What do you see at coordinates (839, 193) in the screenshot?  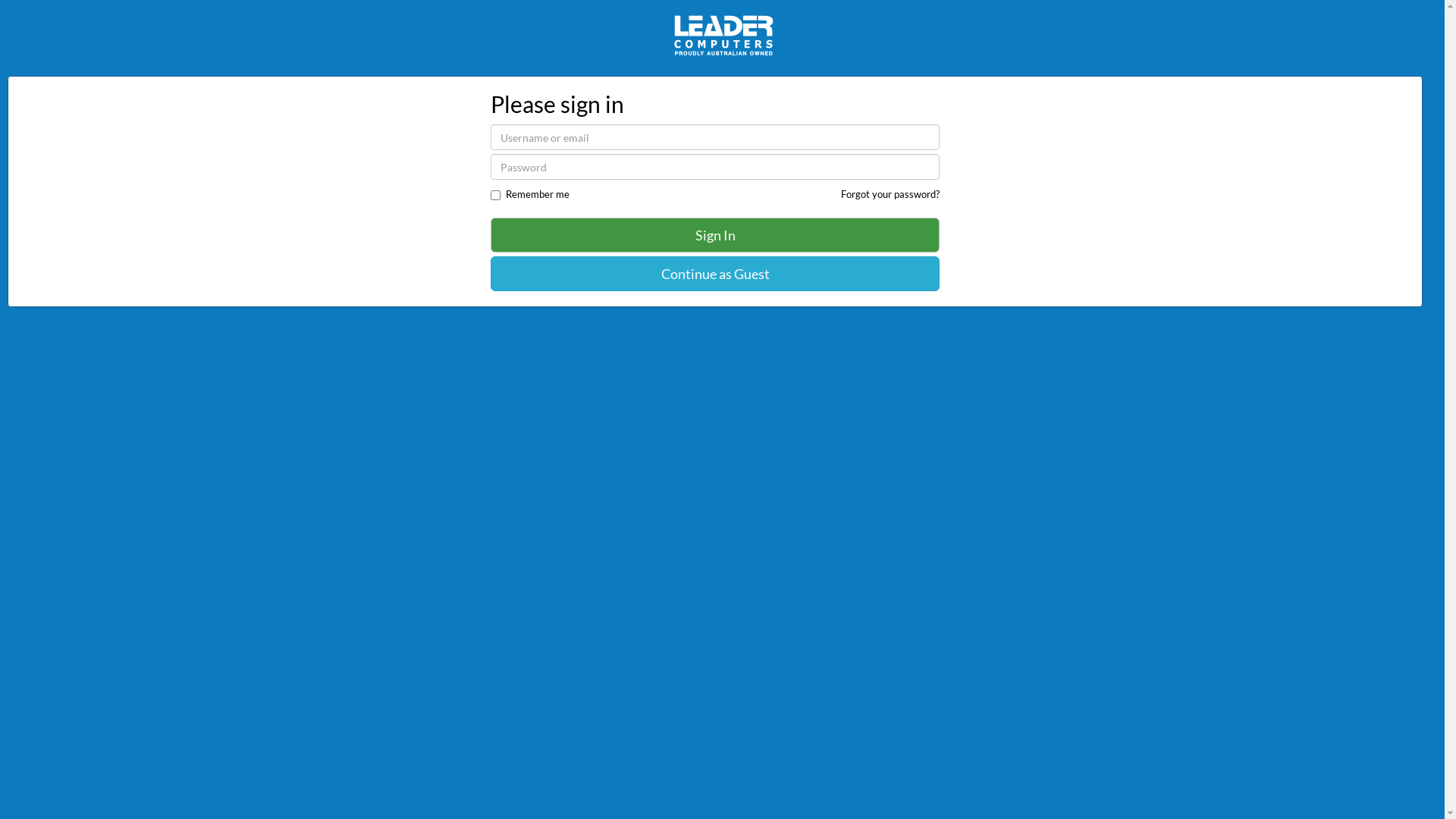 I see `'Forgot your password?'` at bounding box center [839, 193].